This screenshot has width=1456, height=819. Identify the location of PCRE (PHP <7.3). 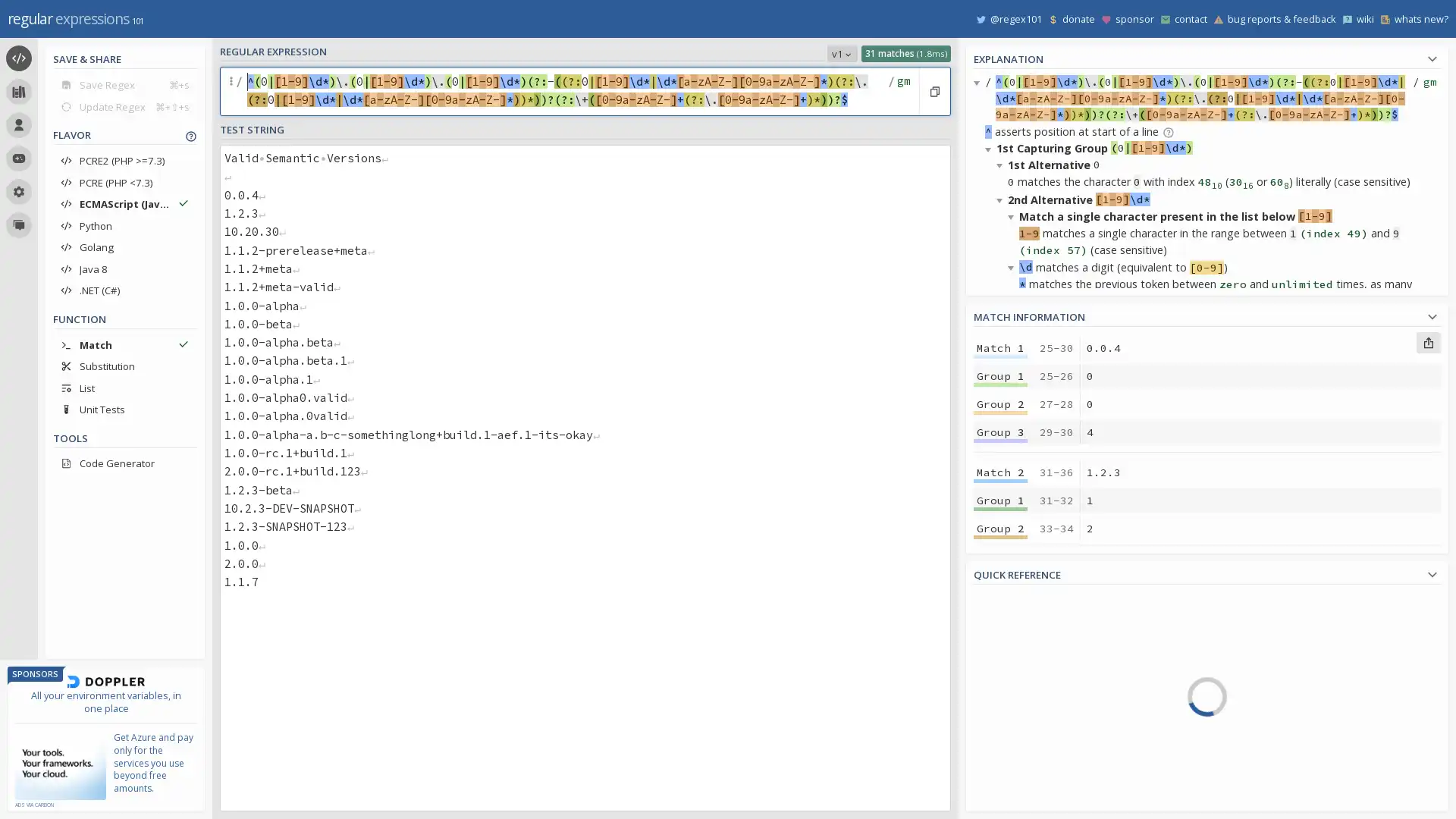
(124, 181).